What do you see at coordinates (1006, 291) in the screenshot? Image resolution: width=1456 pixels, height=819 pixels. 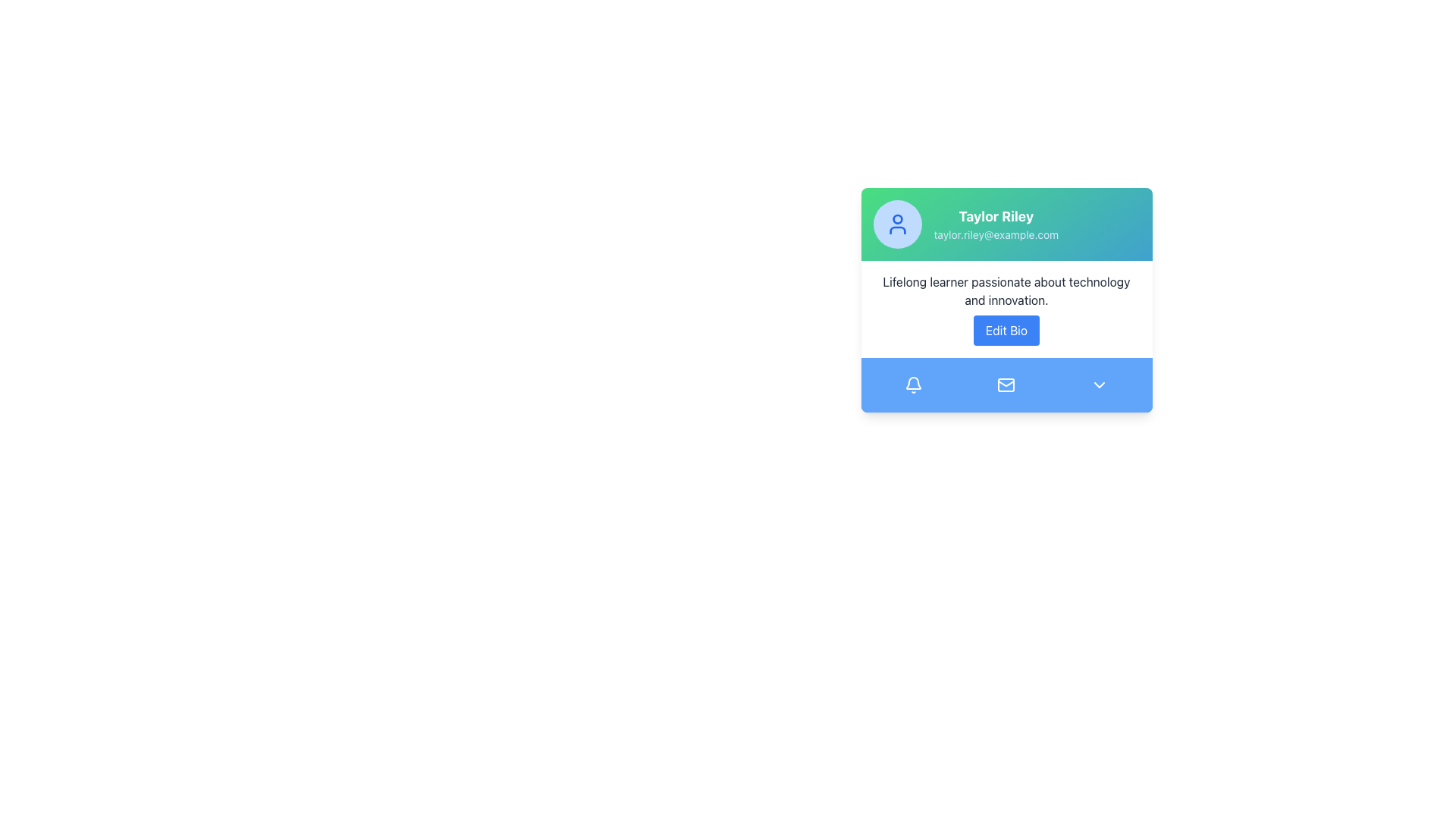 I see `the text component displaying 'Lifelong learner passionate about technology and innovation.' which is styled in dark text on a white background, positioned centrally in the profile card` at bounding box center [1006, 291].